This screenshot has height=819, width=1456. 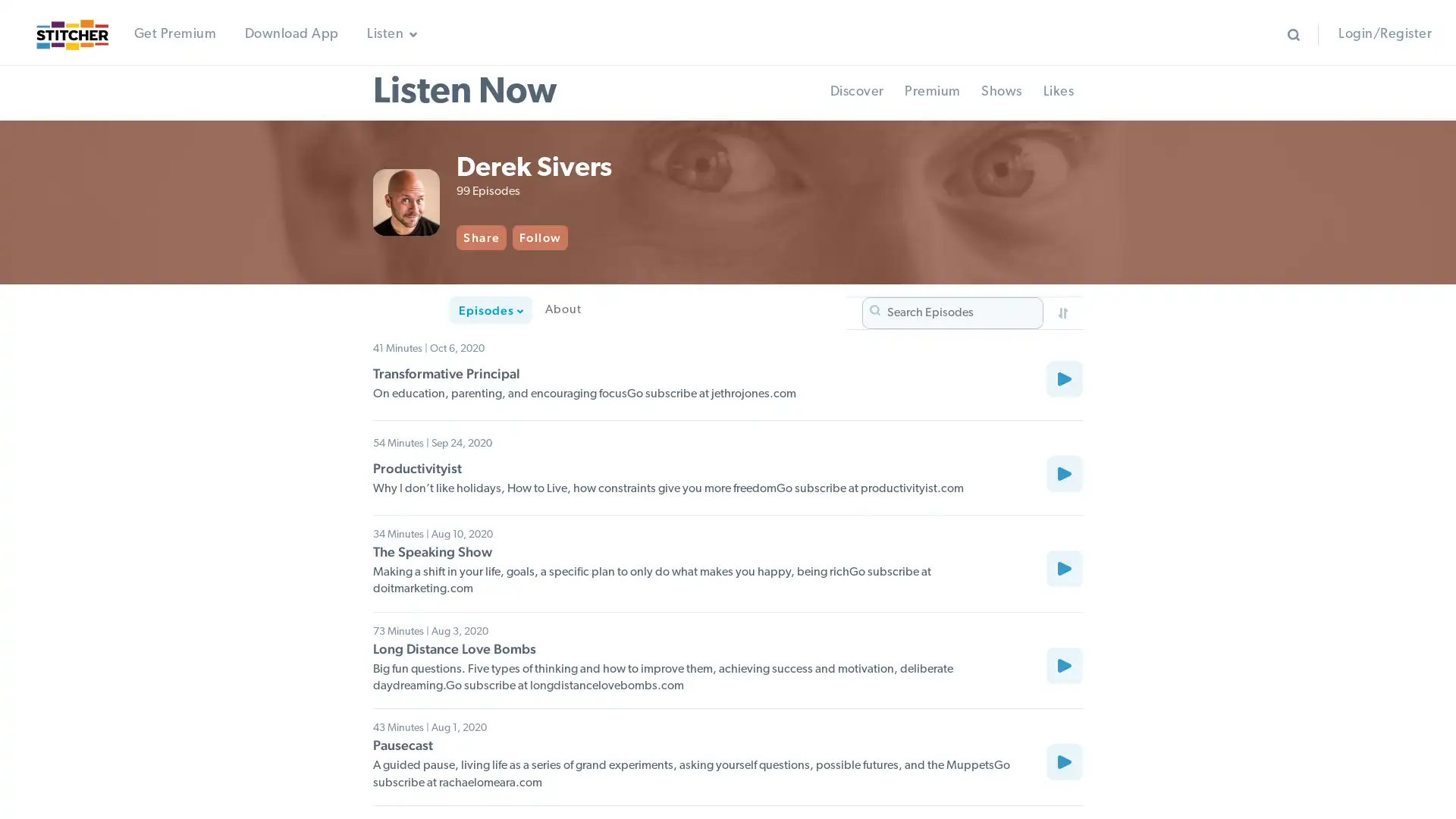 What do you see at coordinates (547, 239) in the screenshot?
I see `Share` at bounding box center [547, 239].